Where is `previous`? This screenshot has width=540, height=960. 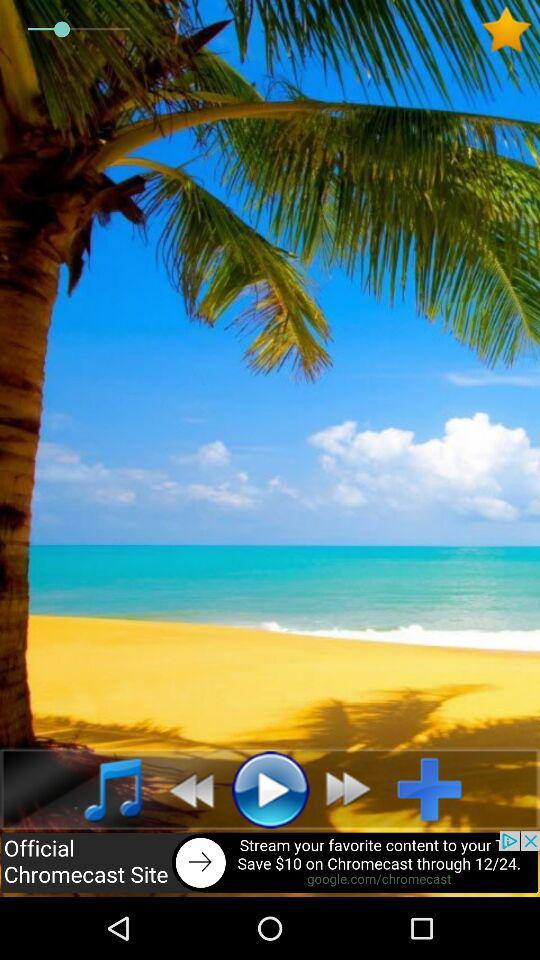 previous is located at coordinates (185, 789).